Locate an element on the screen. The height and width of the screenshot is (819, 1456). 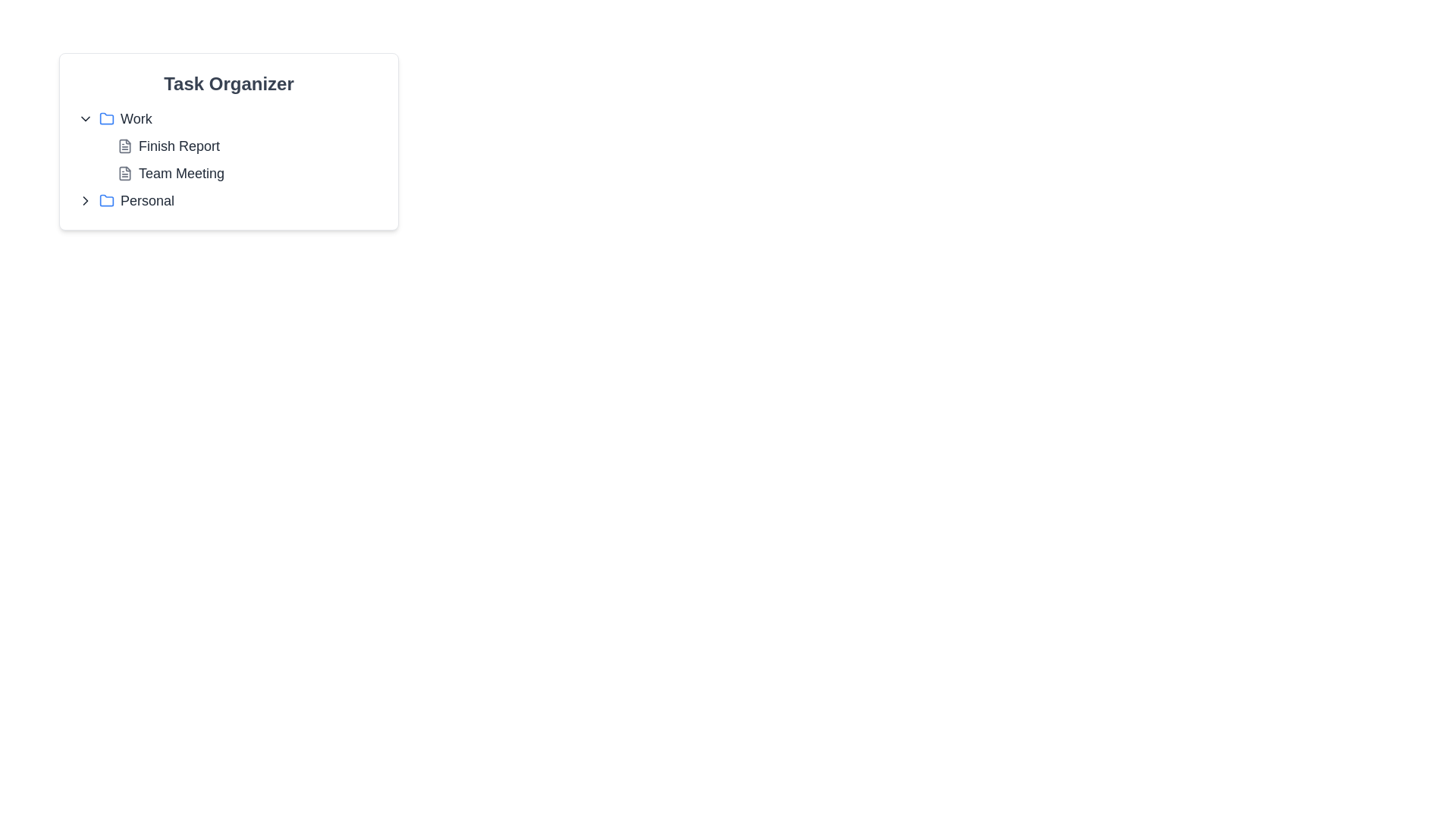
the chevron icon styled with a right-pointing arrow, which is part of the 'Personal' list entry, to potentially display more information or highlight it is located at coordinates (85, 200).